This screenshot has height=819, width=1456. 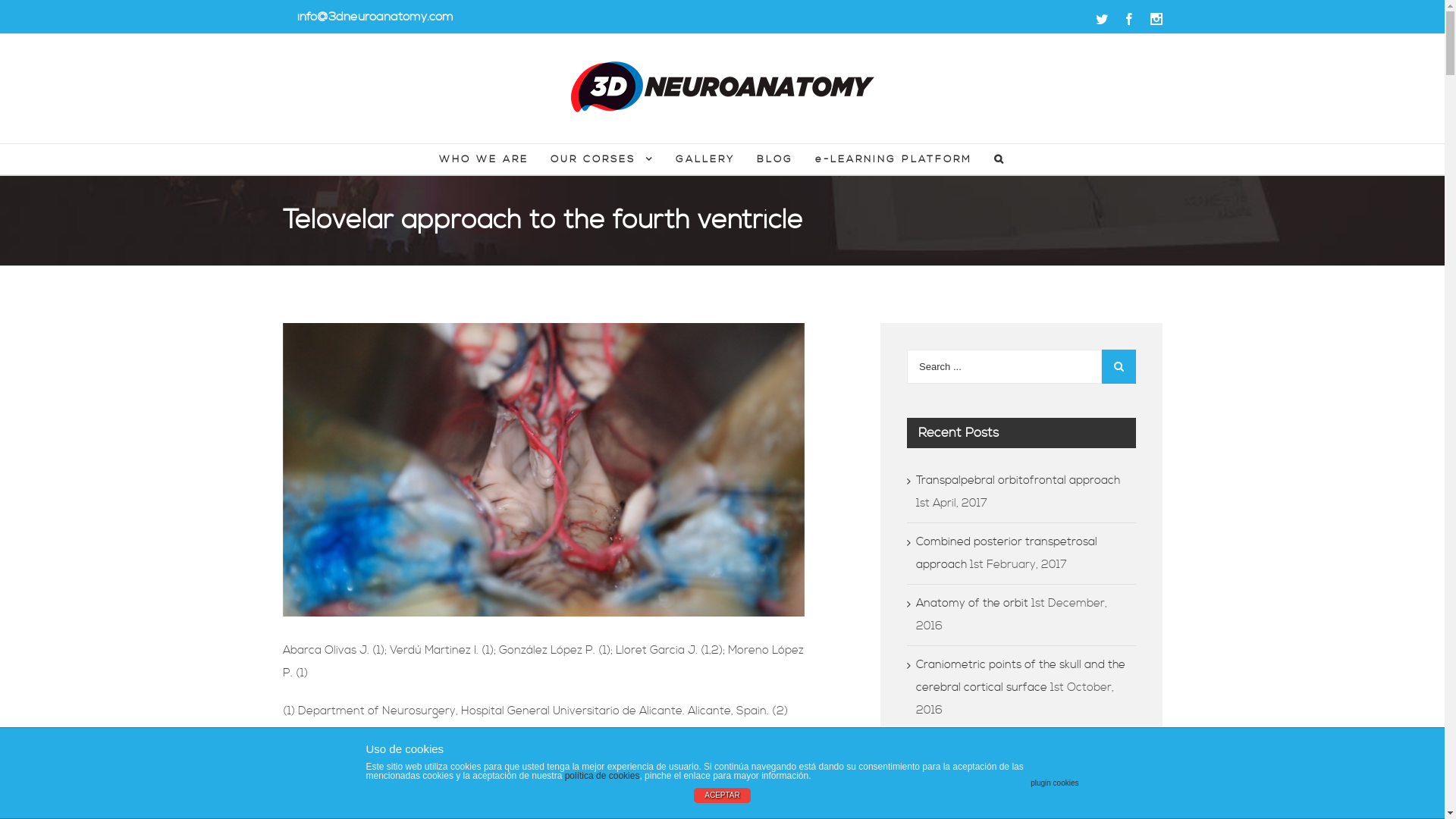 I want to click on 'GALLERY', so click(x=675, y=158).